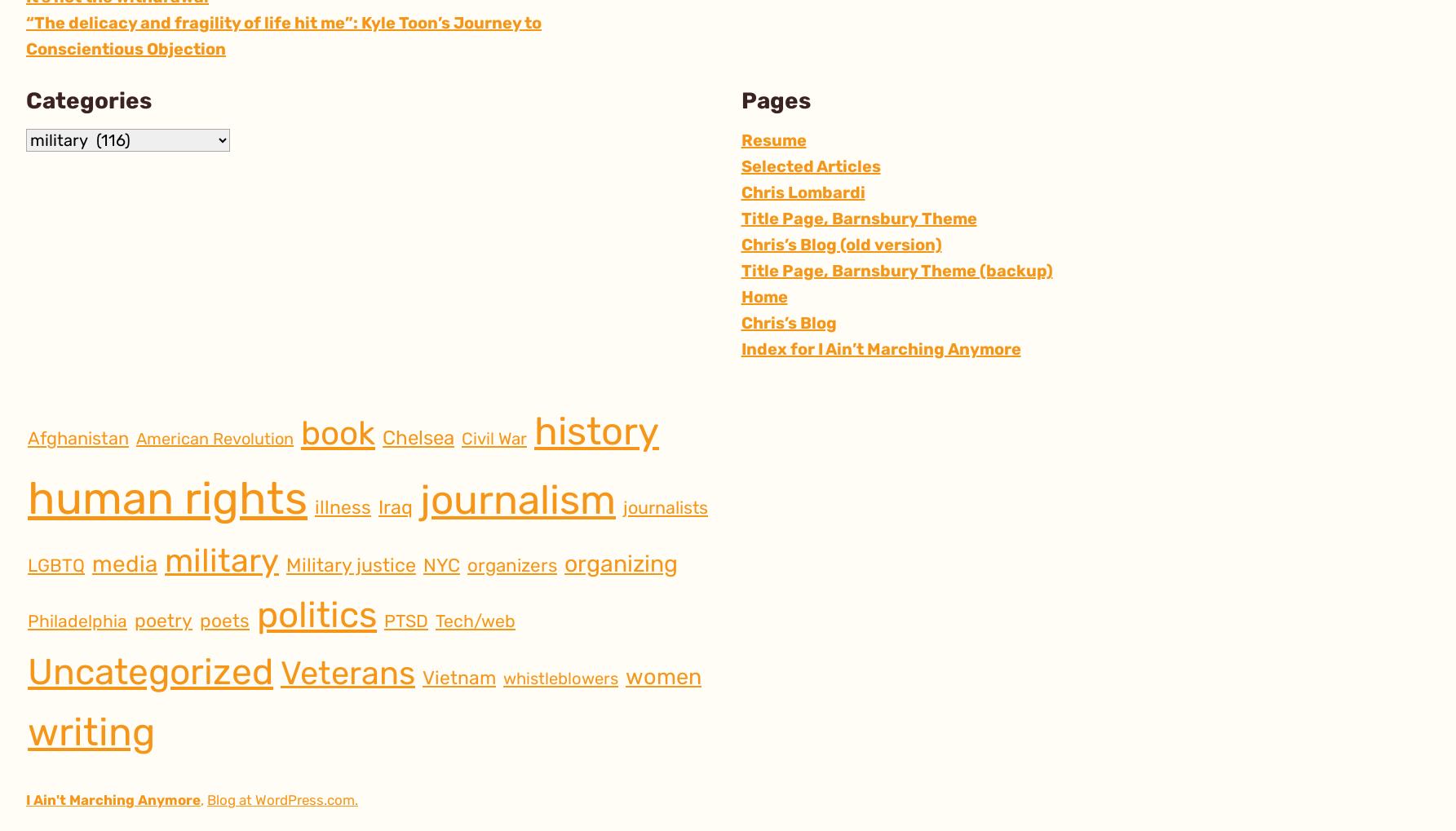 The width and height of the screenshot is (1456, 831). What do you see at coordinates (774, 99) in the screenshot?
I see `'Pages'` at bounding box center [774, 99].